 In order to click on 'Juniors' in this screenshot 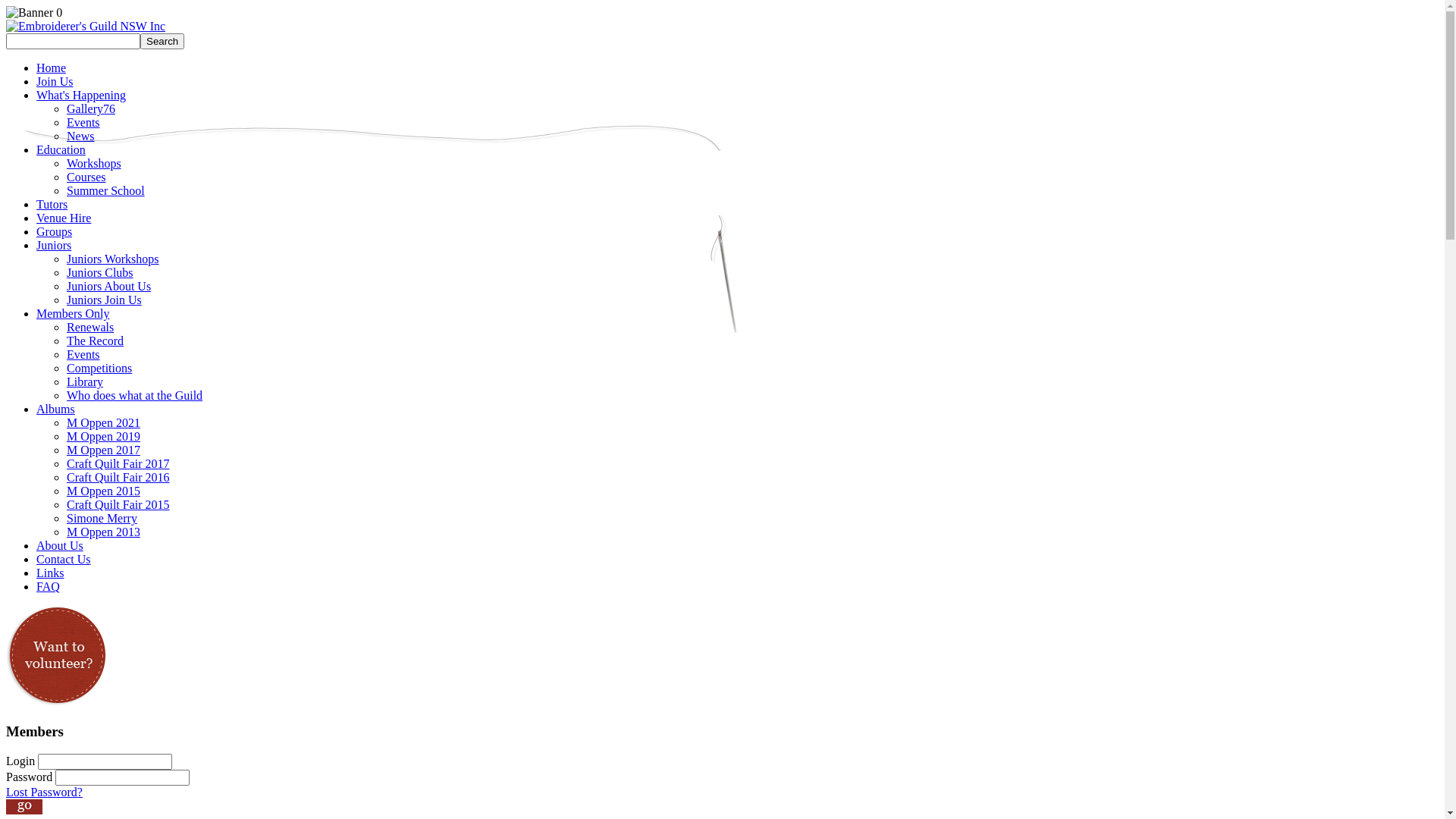, I will do `click(54, 244)`.